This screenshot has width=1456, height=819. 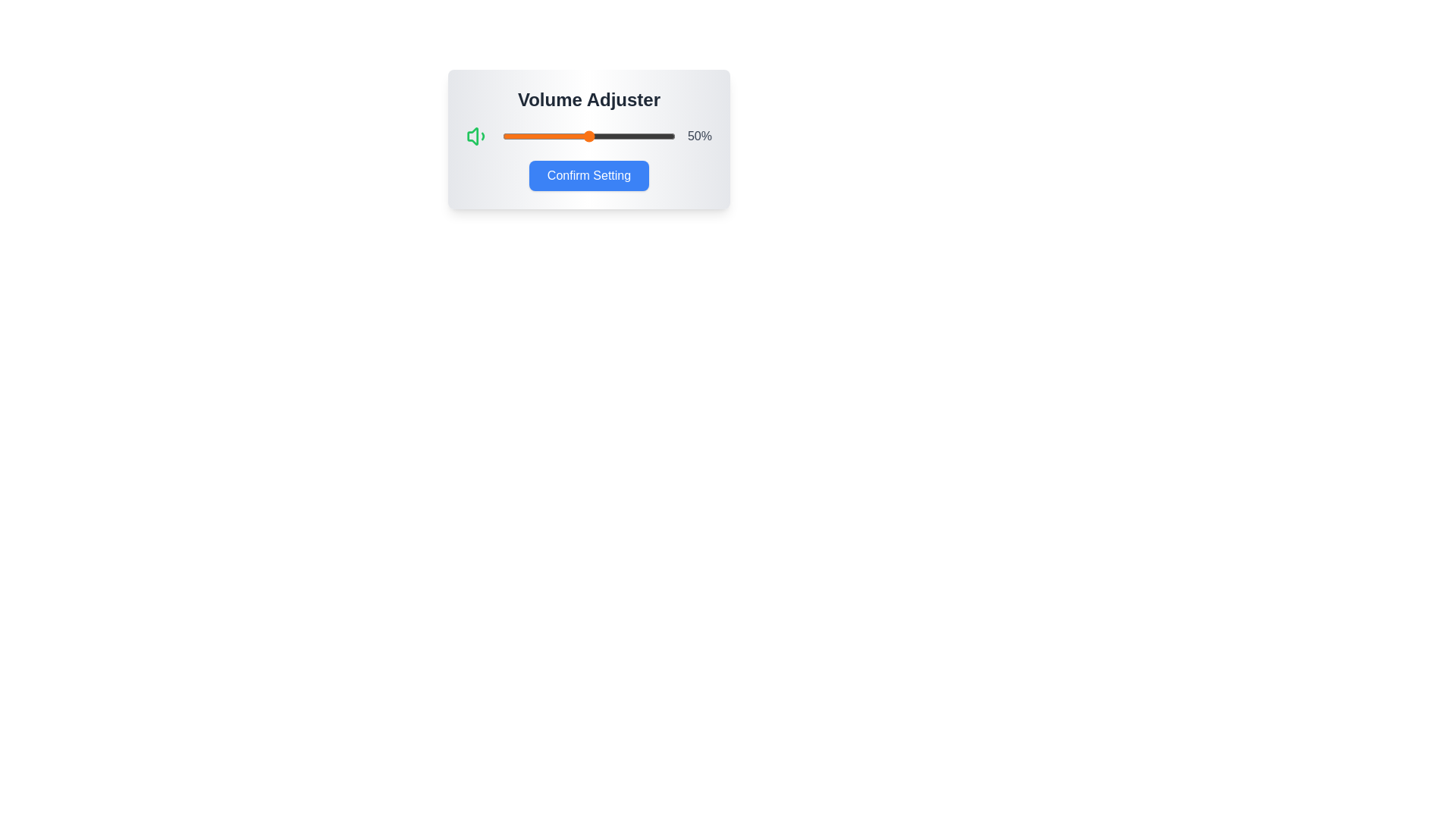 What do you see at coordinates (477, 136) in the screenshot?
I see `the volume icon to inspect its state` at bounding box center [477, 136].